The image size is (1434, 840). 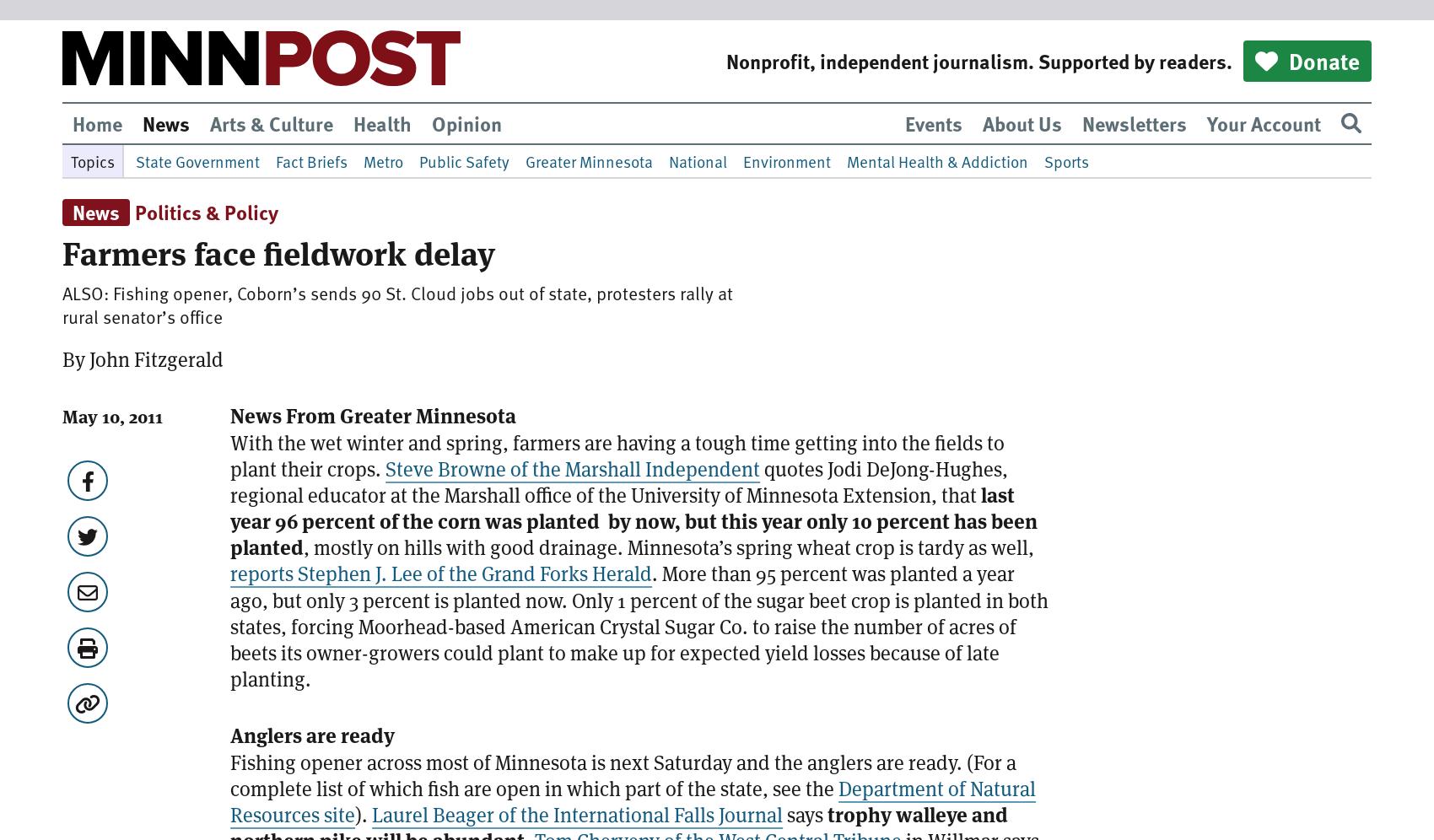 I want to click on 'Newsletters', so click(x=1134, y=121).